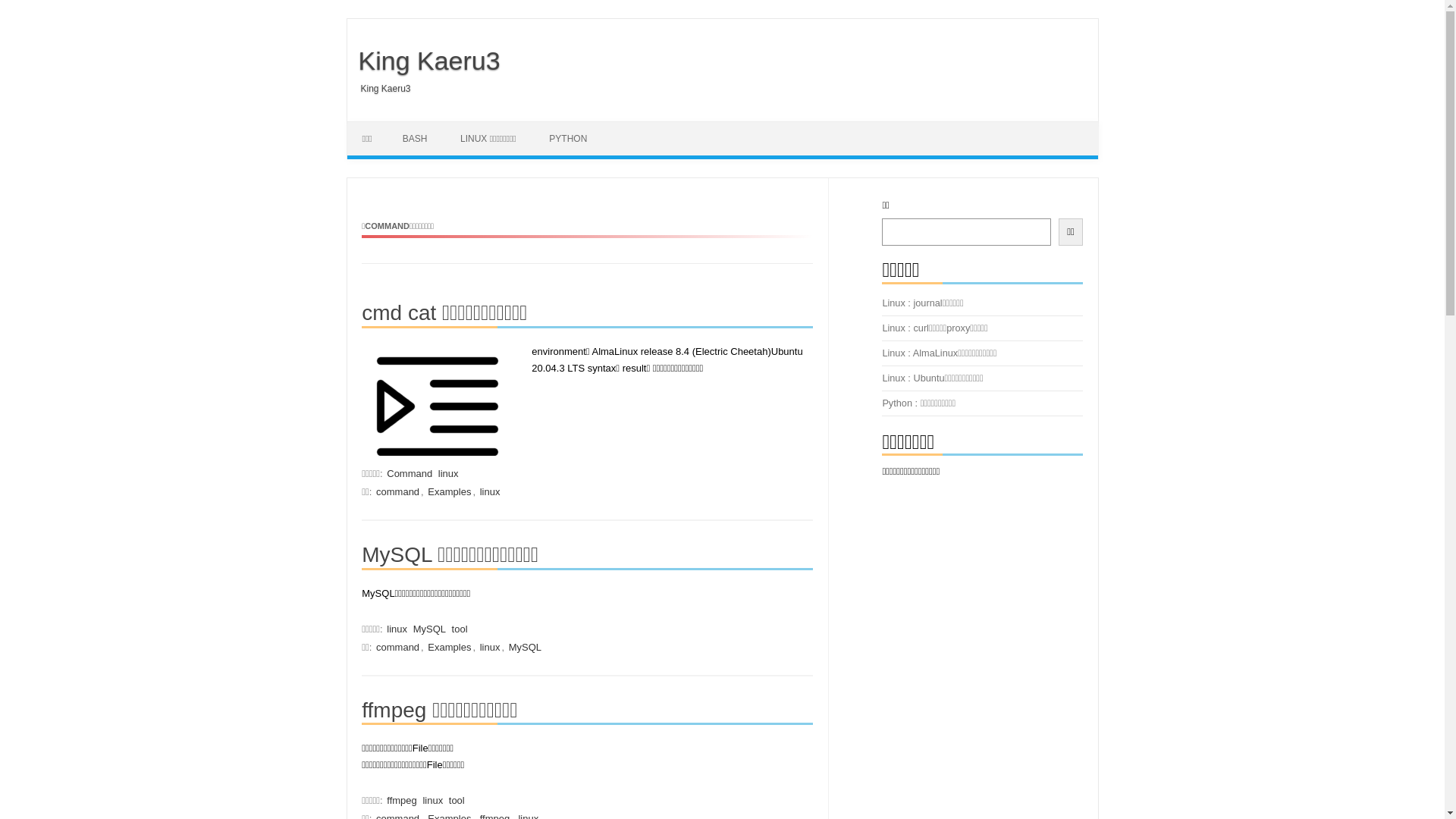 This screenshot has width=1456, height=819. Describe the element at coordinates (459, 629) in the screenshot. I see `'tool'` at that location.